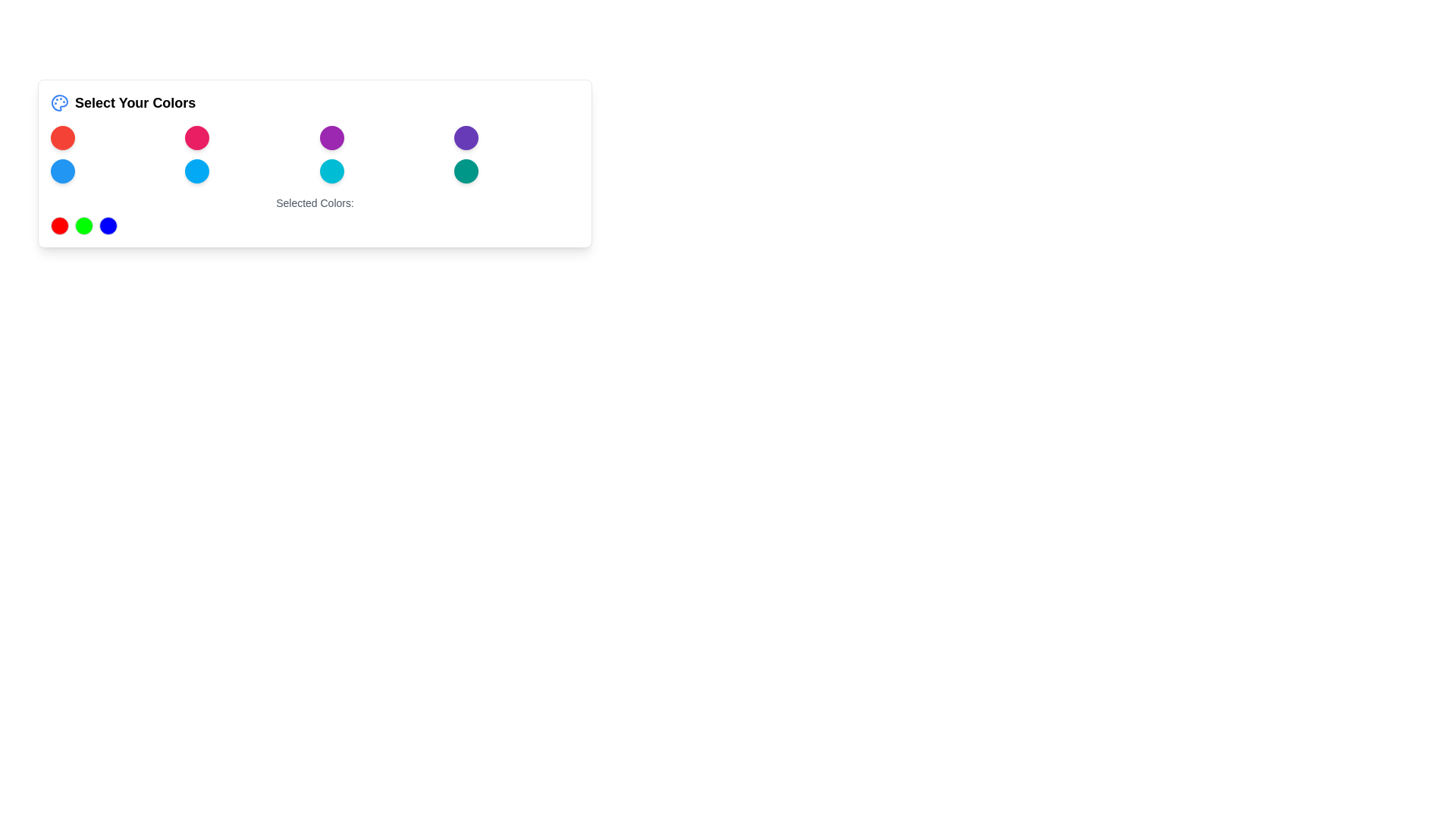 The image size is (1456, 819). I want to click on the small, round blue button located in the first column of the second row of the grid, so click(61, 171).